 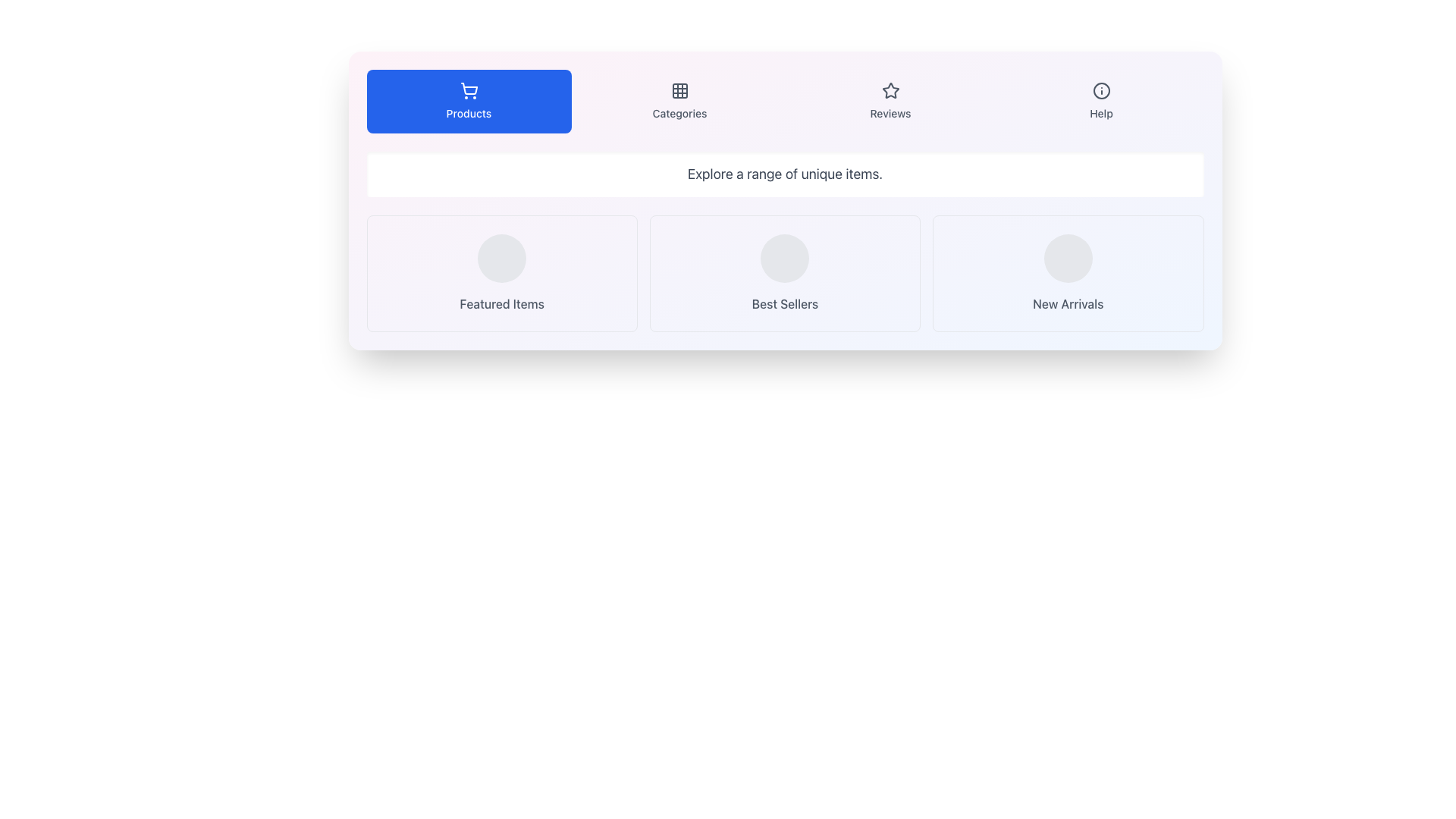 I want to click on the informational label 'Help' located near the top-right of the interface, which provides contextual help for the adjacent information icon, so click(x=1101, y=113).